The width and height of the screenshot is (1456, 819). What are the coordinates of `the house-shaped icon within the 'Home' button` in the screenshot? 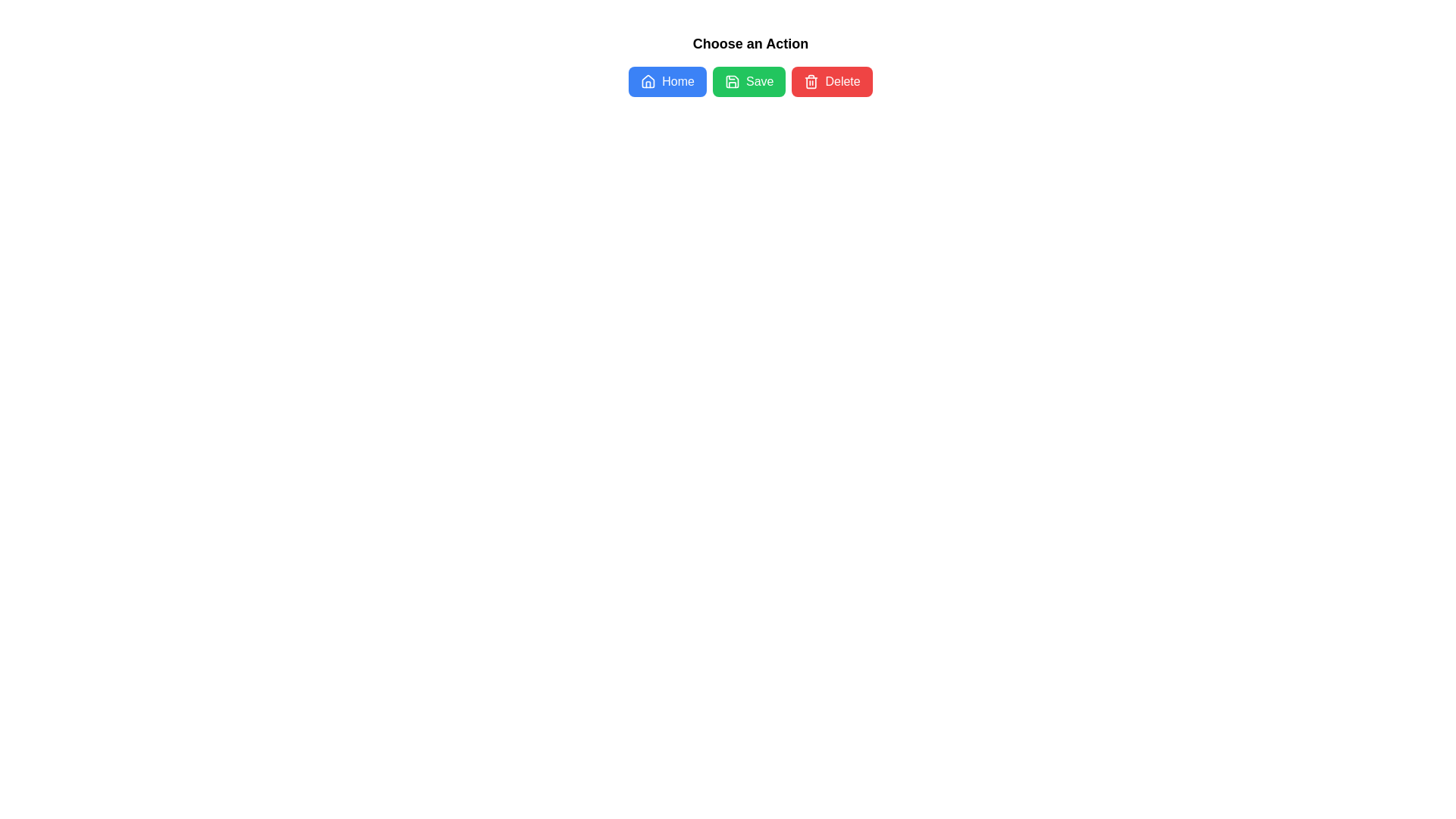 It's located at (648, 82).